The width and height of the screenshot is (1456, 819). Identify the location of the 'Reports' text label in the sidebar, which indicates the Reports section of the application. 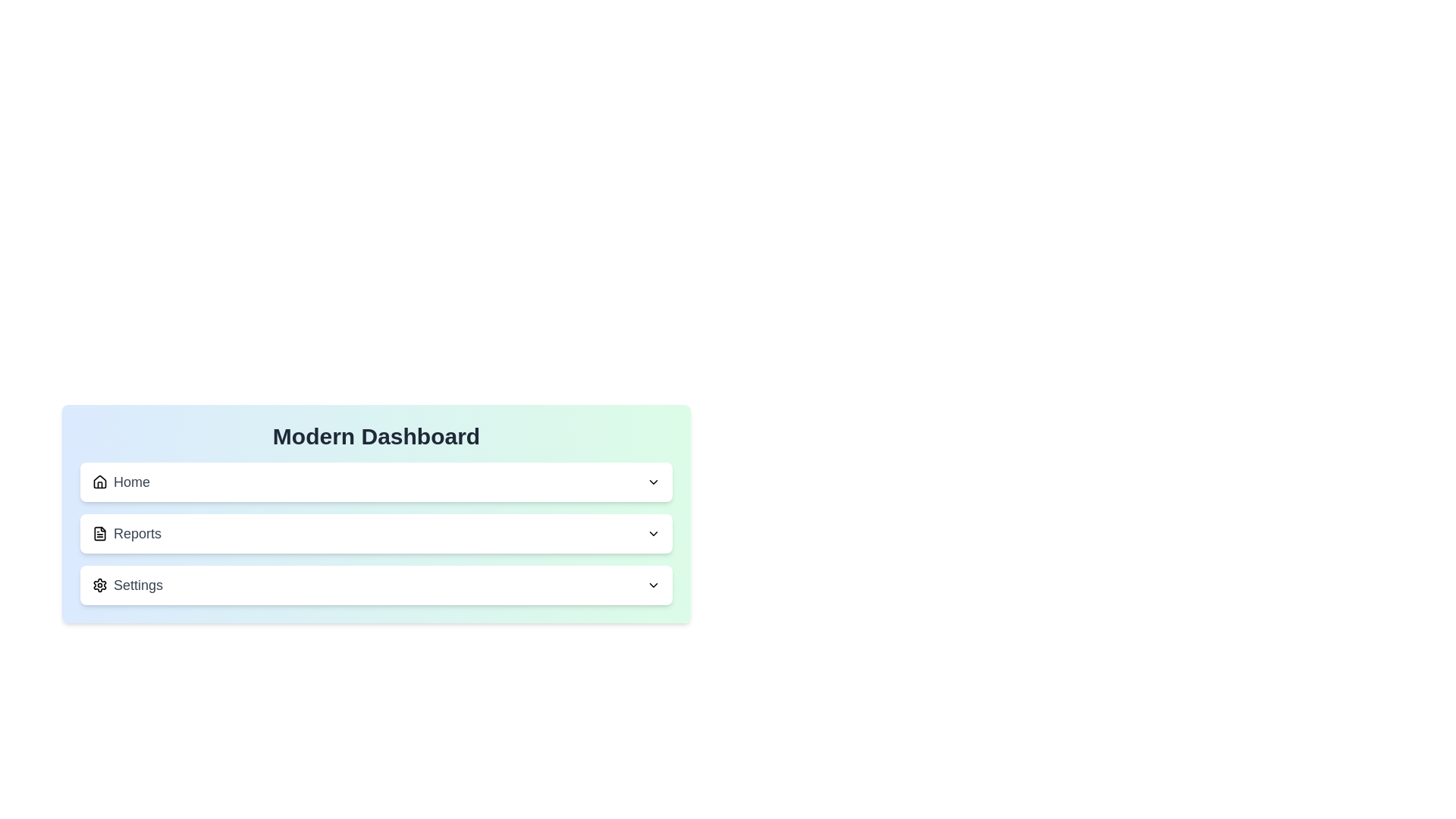
(137, 533).